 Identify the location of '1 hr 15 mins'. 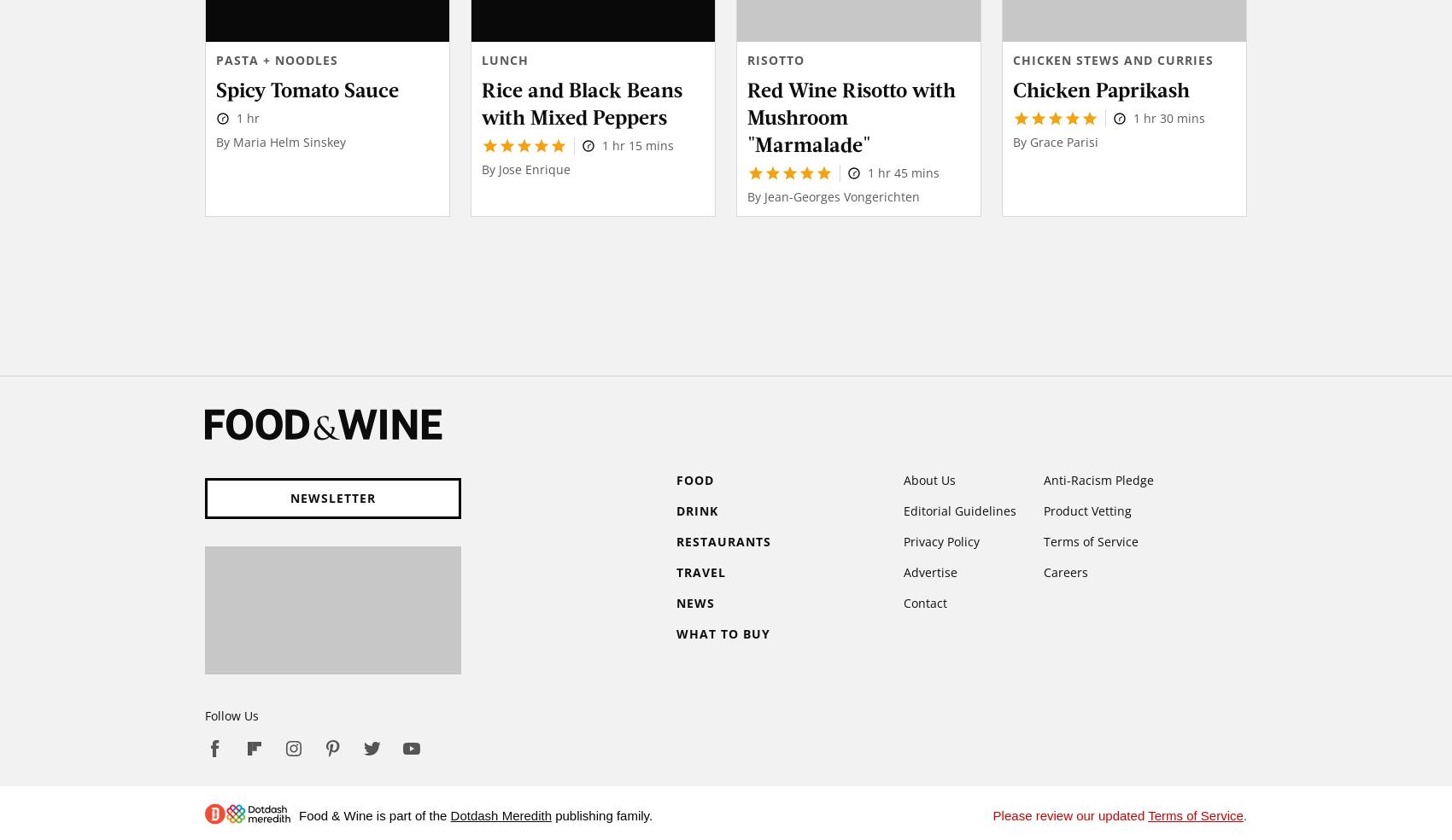
(636, 144).